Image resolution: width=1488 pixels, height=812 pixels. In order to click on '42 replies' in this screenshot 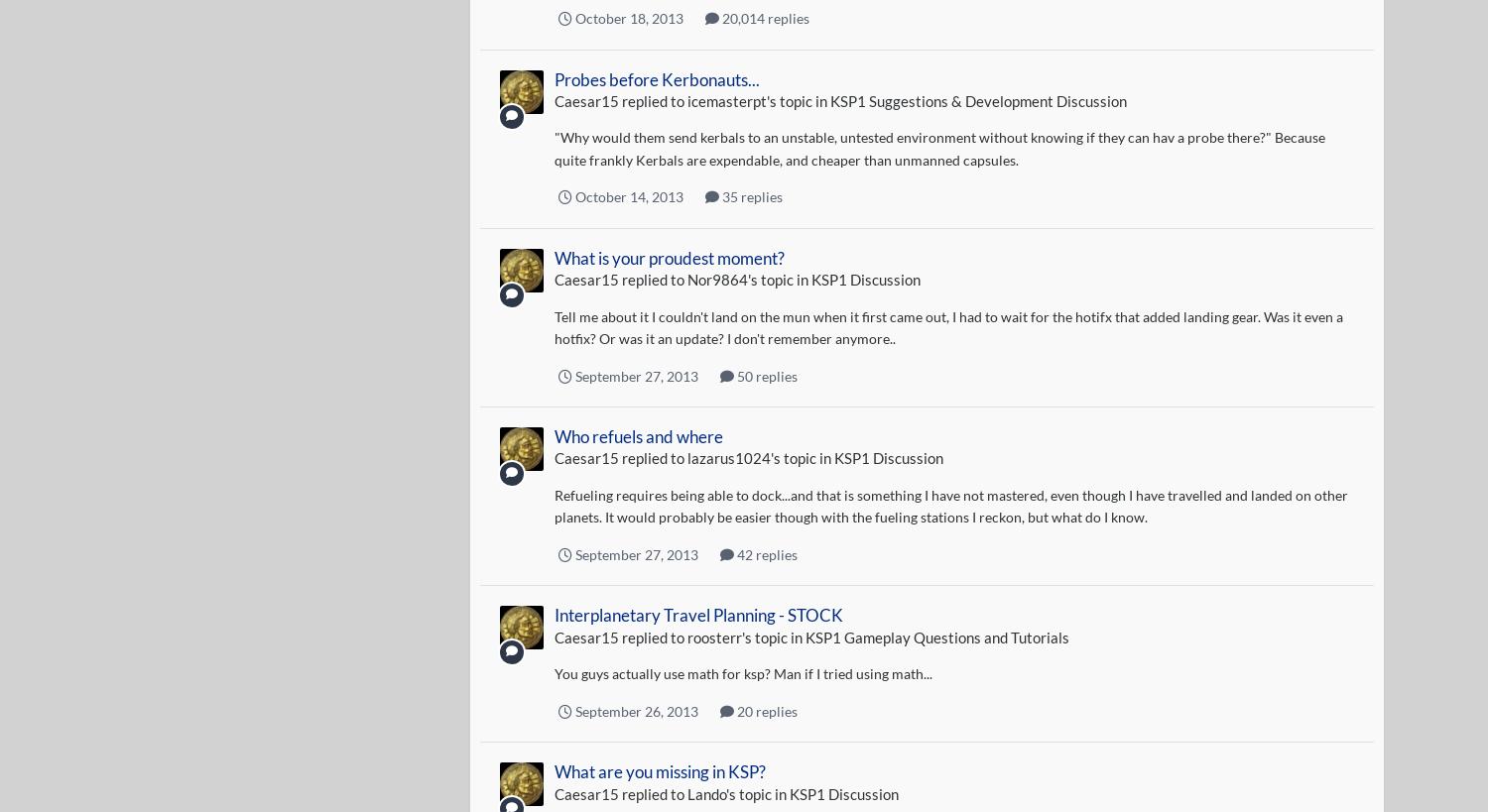, I will do `click(732, 553)`.